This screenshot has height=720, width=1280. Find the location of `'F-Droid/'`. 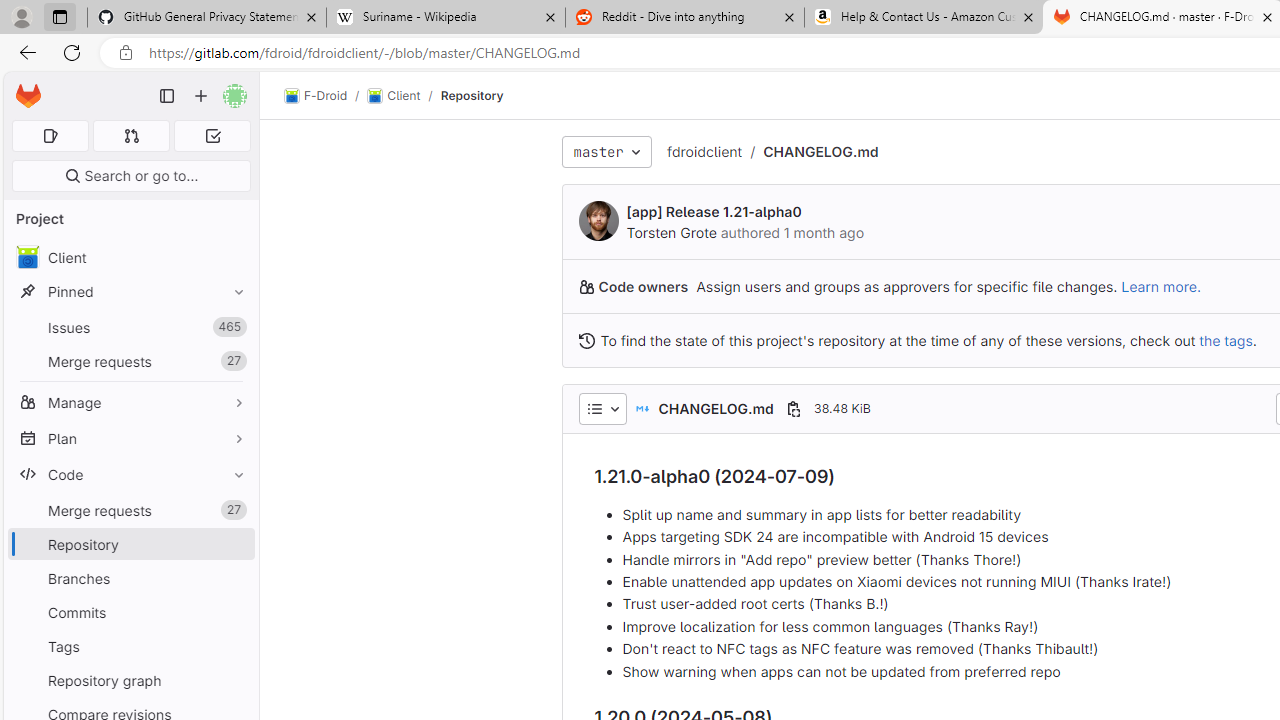

'F-Droid/' is located at coordinates (326, 96).